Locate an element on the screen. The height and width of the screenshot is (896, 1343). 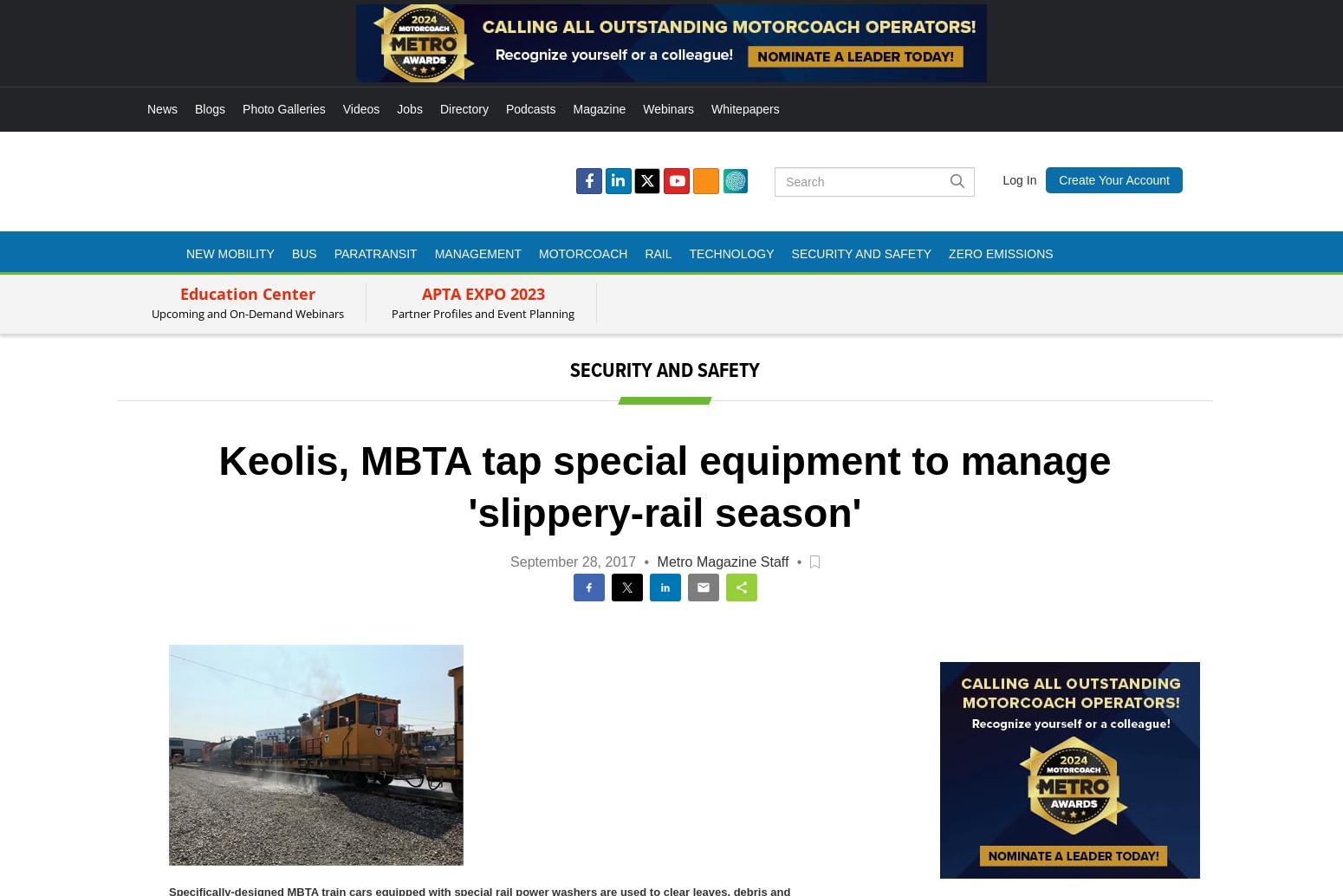
'APTA EXPO 2023' is located at coordinates (483, 293).